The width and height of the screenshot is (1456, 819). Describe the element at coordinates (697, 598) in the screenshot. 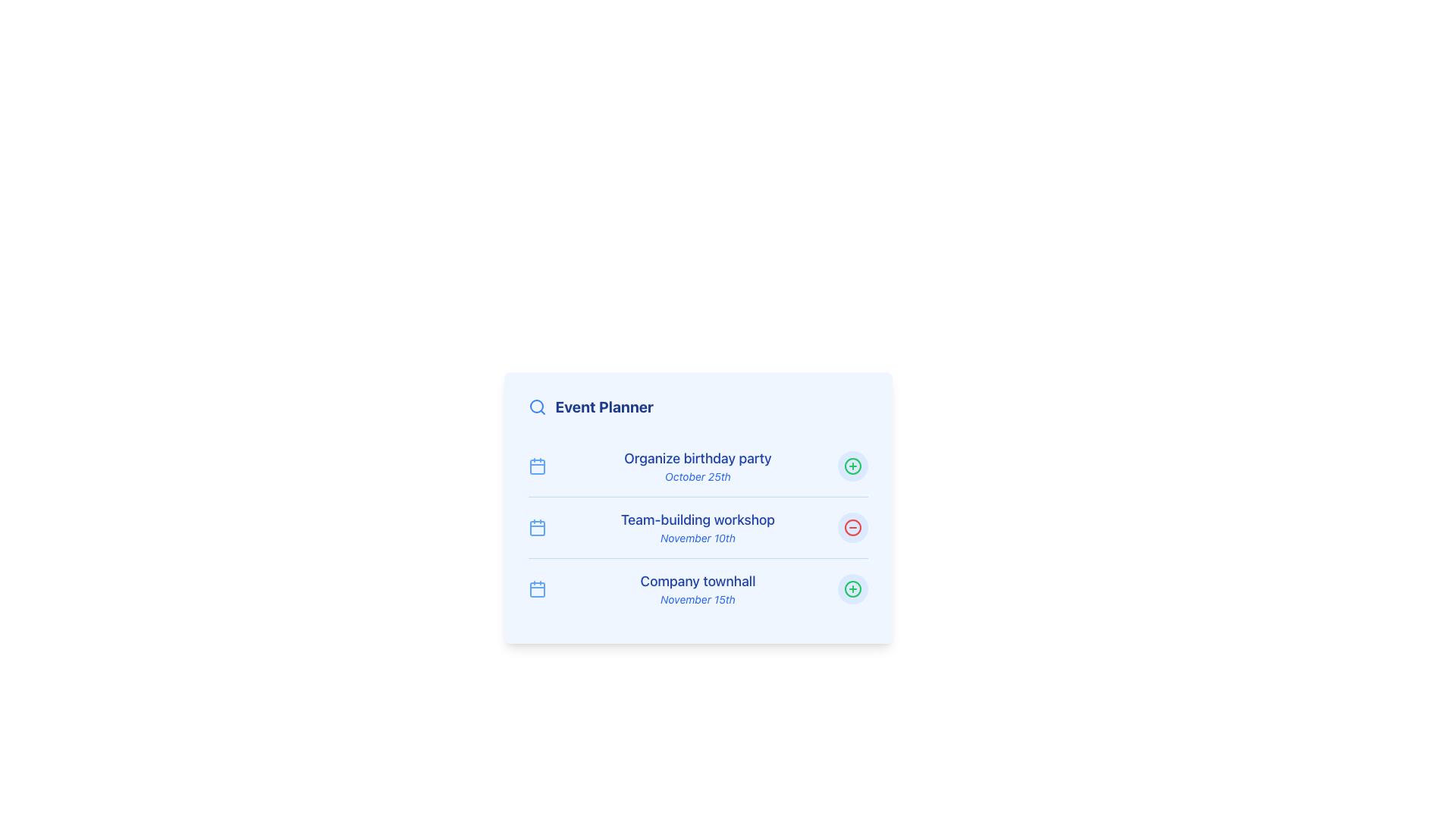

I see `the static text label displaying 'November 15th' which is styled in a small italic font and colored blue, located directly below the title 'Company townhall' in the event planner interface` at that location.